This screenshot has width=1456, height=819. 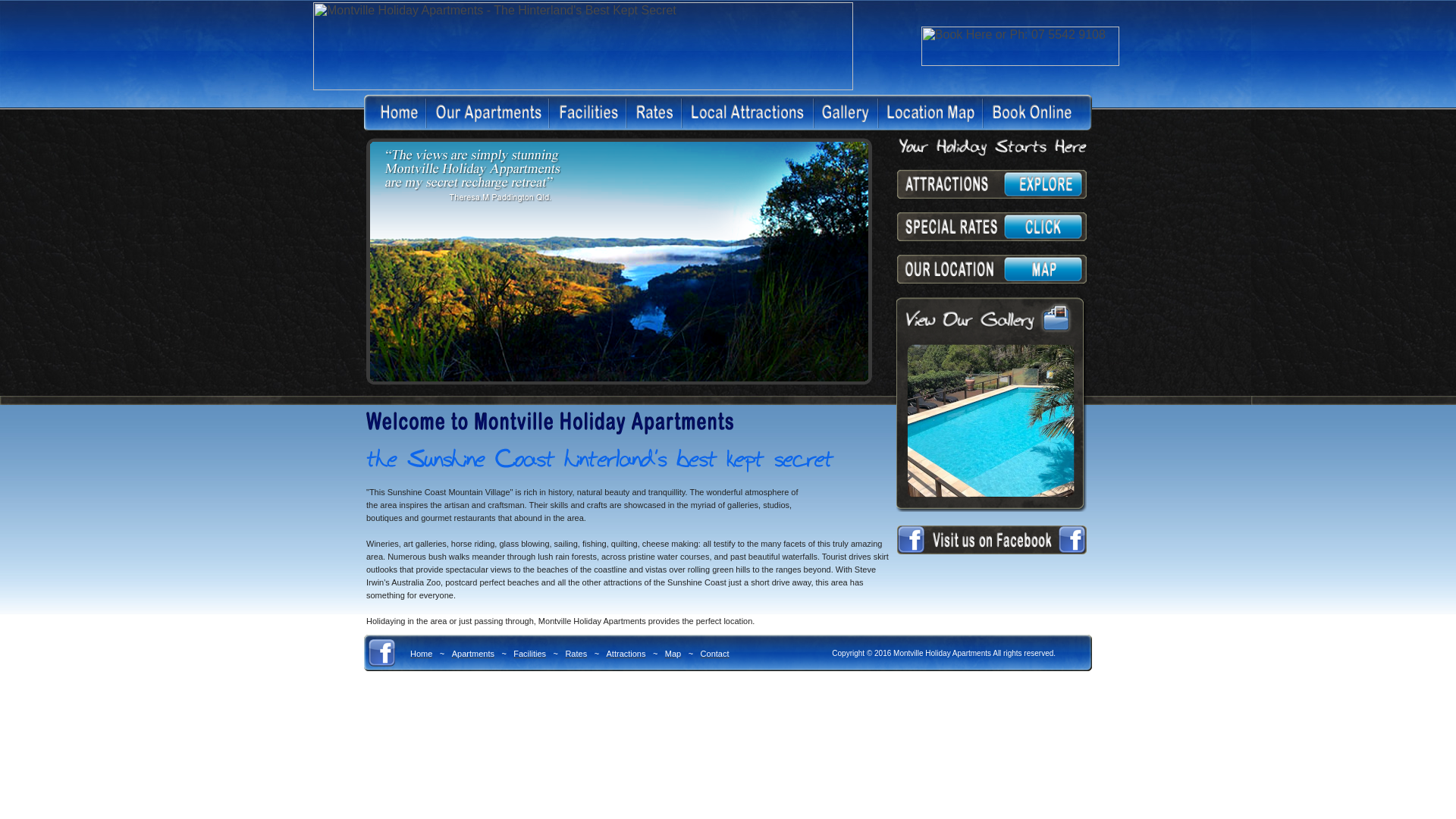 I want to click on 'Map', so click(x=672, y=651).